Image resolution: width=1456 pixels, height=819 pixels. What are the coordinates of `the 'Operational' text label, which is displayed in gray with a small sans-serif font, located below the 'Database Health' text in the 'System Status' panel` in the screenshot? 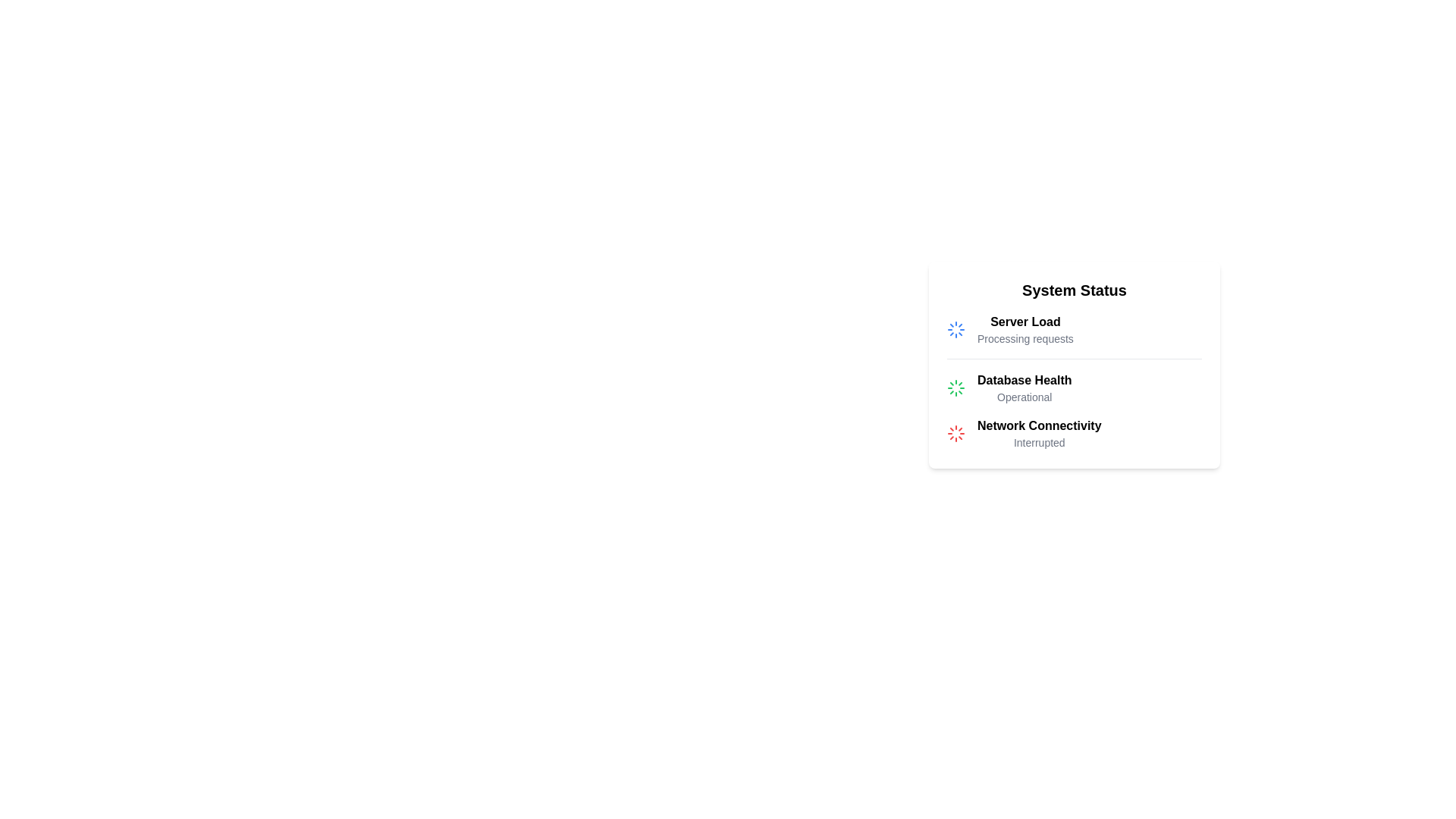 It's located at (1025, 397).